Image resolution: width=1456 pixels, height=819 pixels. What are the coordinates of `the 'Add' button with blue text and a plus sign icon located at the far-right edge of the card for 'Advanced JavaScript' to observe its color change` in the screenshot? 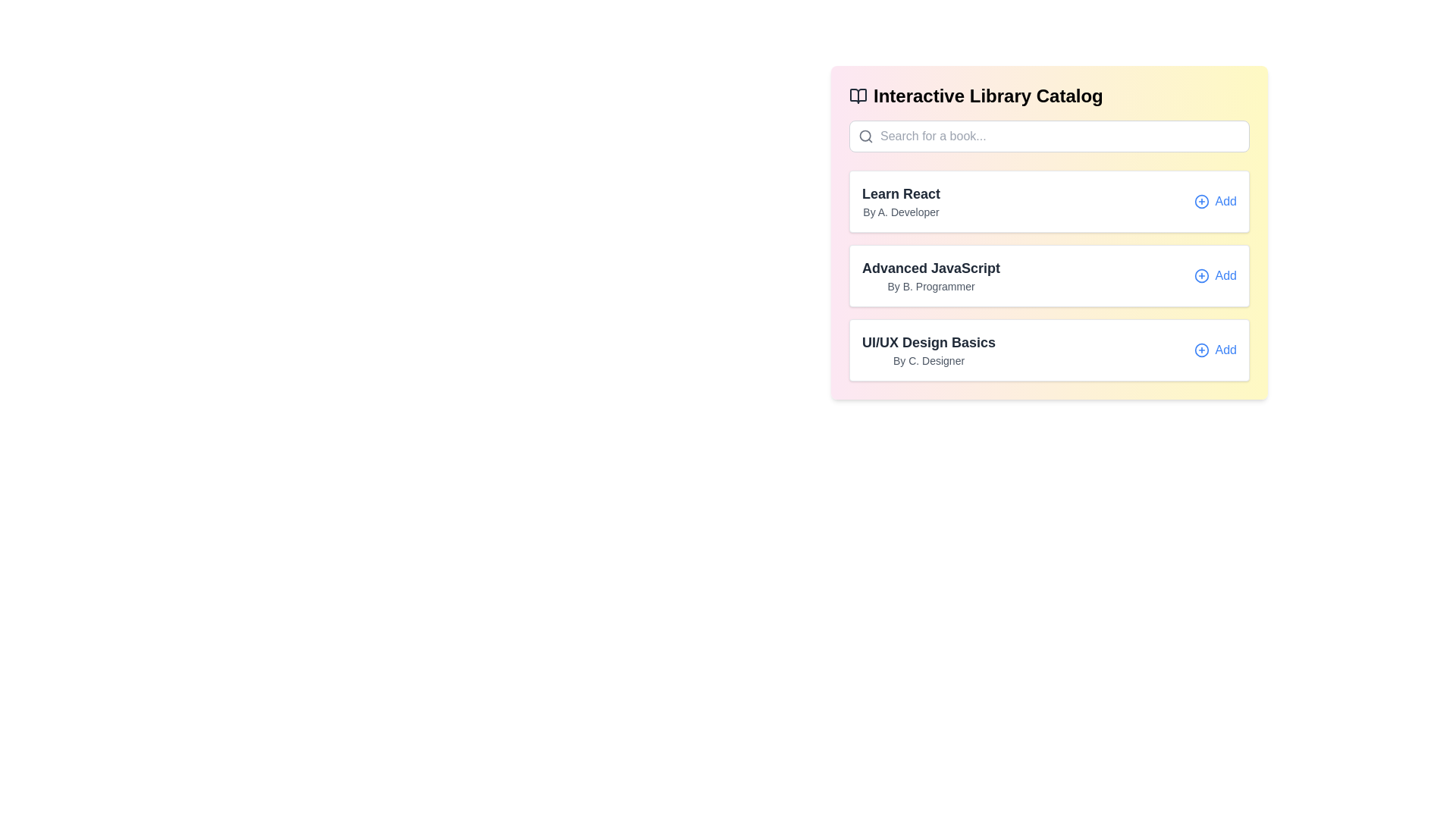 It's located at (1215, 275).